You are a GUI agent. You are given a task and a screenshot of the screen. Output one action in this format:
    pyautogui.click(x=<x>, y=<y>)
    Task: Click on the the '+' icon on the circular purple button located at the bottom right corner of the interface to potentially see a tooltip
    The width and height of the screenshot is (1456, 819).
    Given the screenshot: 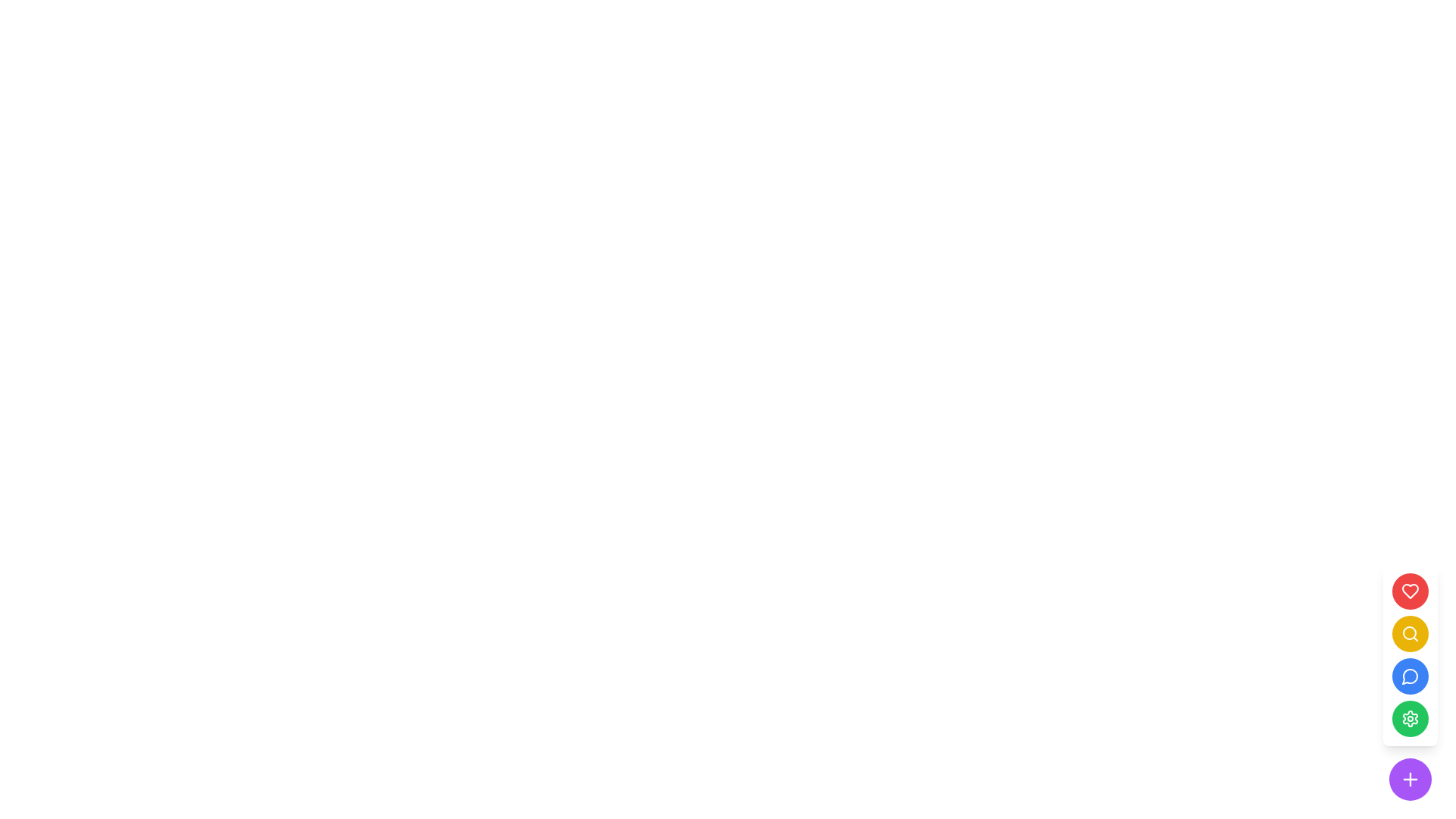 What is the action you would take?
    pyautogui.click(x=1410, y=780)
    